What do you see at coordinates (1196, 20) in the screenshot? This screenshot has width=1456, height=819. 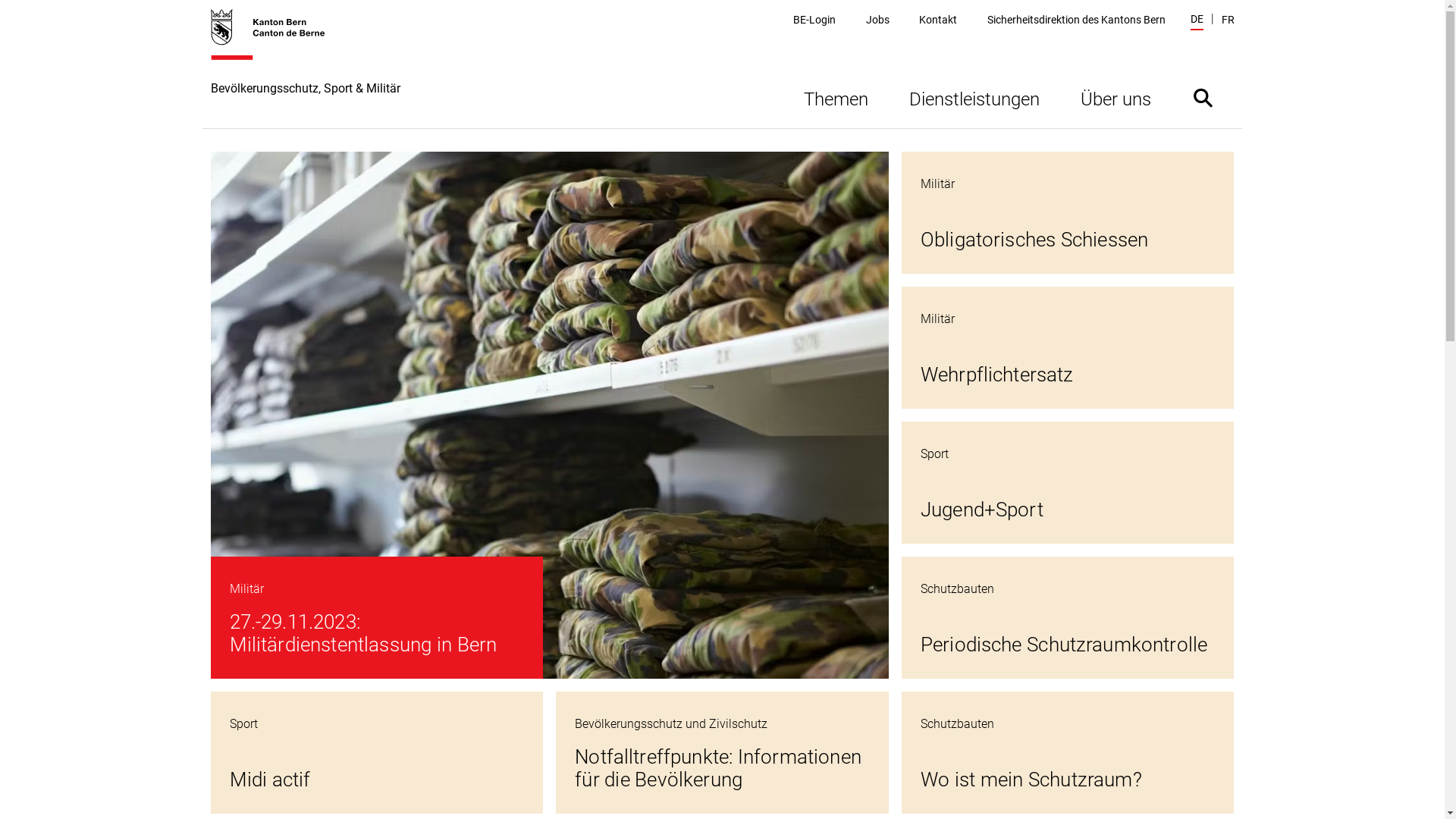 I see `'DE'` at bounding box center [1196, 20].